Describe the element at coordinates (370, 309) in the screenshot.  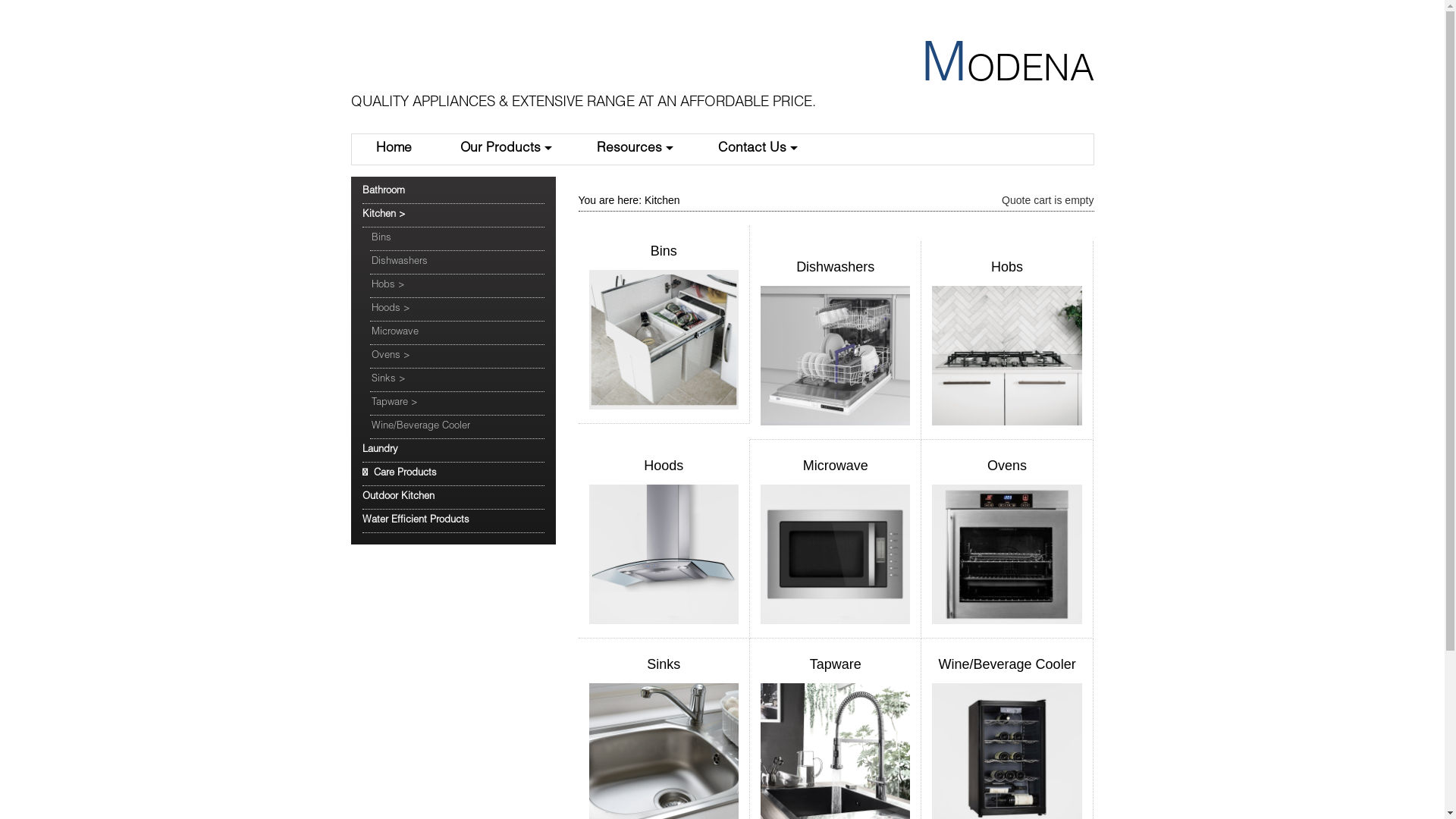
I see `'Hoods >'` at that location.